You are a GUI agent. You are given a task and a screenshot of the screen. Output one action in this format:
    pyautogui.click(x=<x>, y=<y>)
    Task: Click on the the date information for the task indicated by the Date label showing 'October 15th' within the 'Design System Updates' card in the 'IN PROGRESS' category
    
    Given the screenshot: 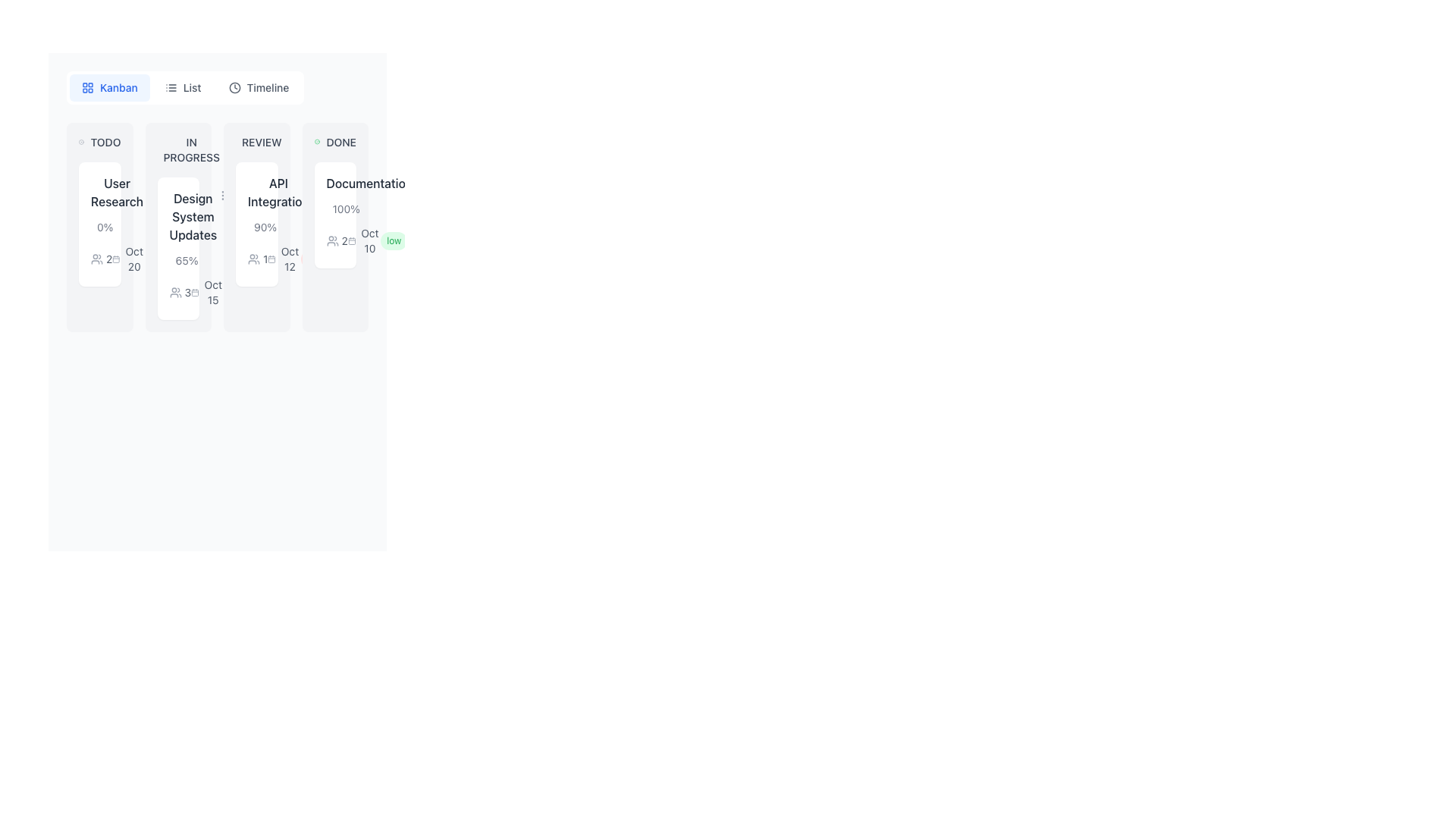 What is the action you would take?
    pyautogui.click(x=206, y=292)
    